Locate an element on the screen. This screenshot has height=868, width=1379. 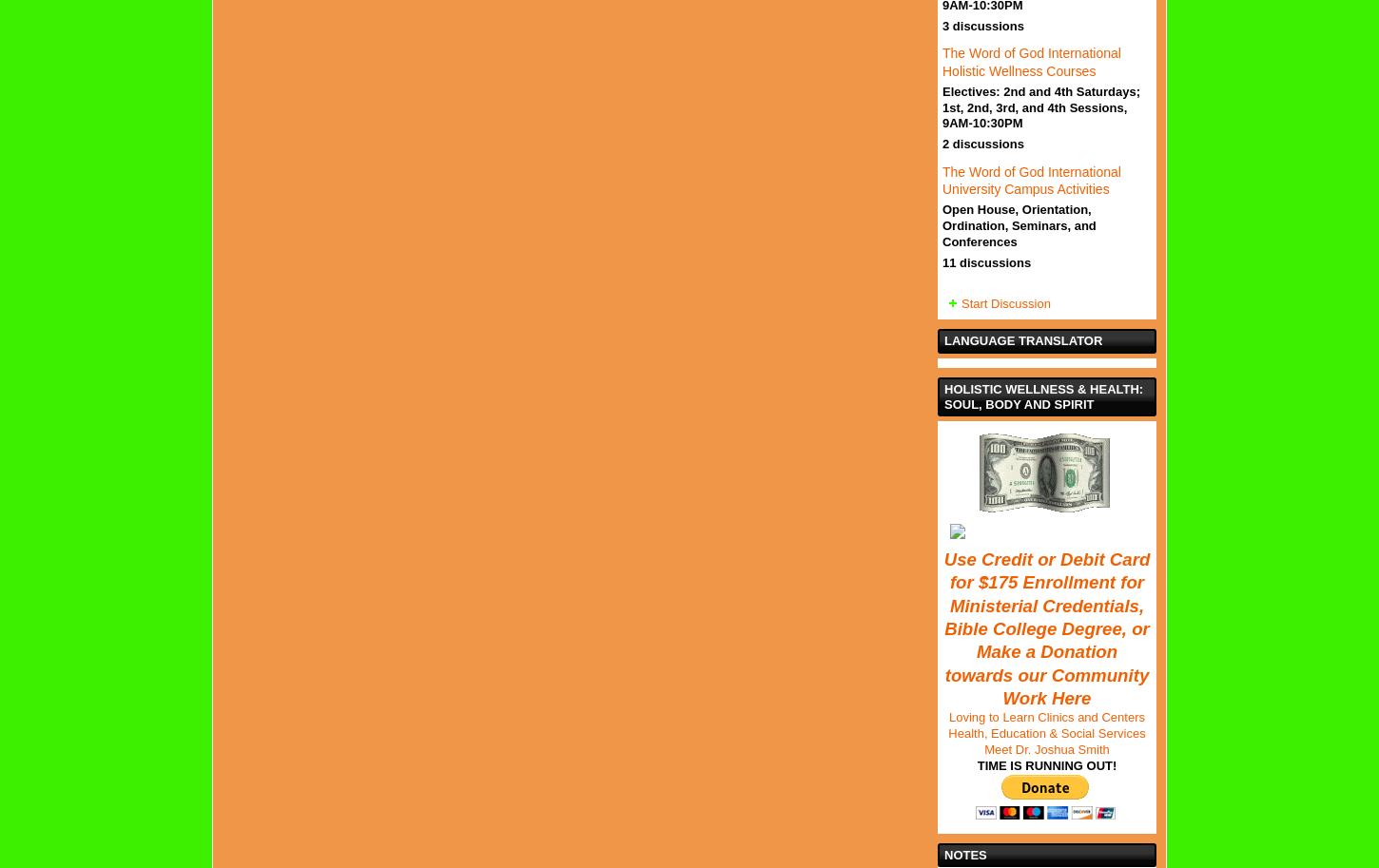
'2 discussions' is located at coordinates (982, 143).